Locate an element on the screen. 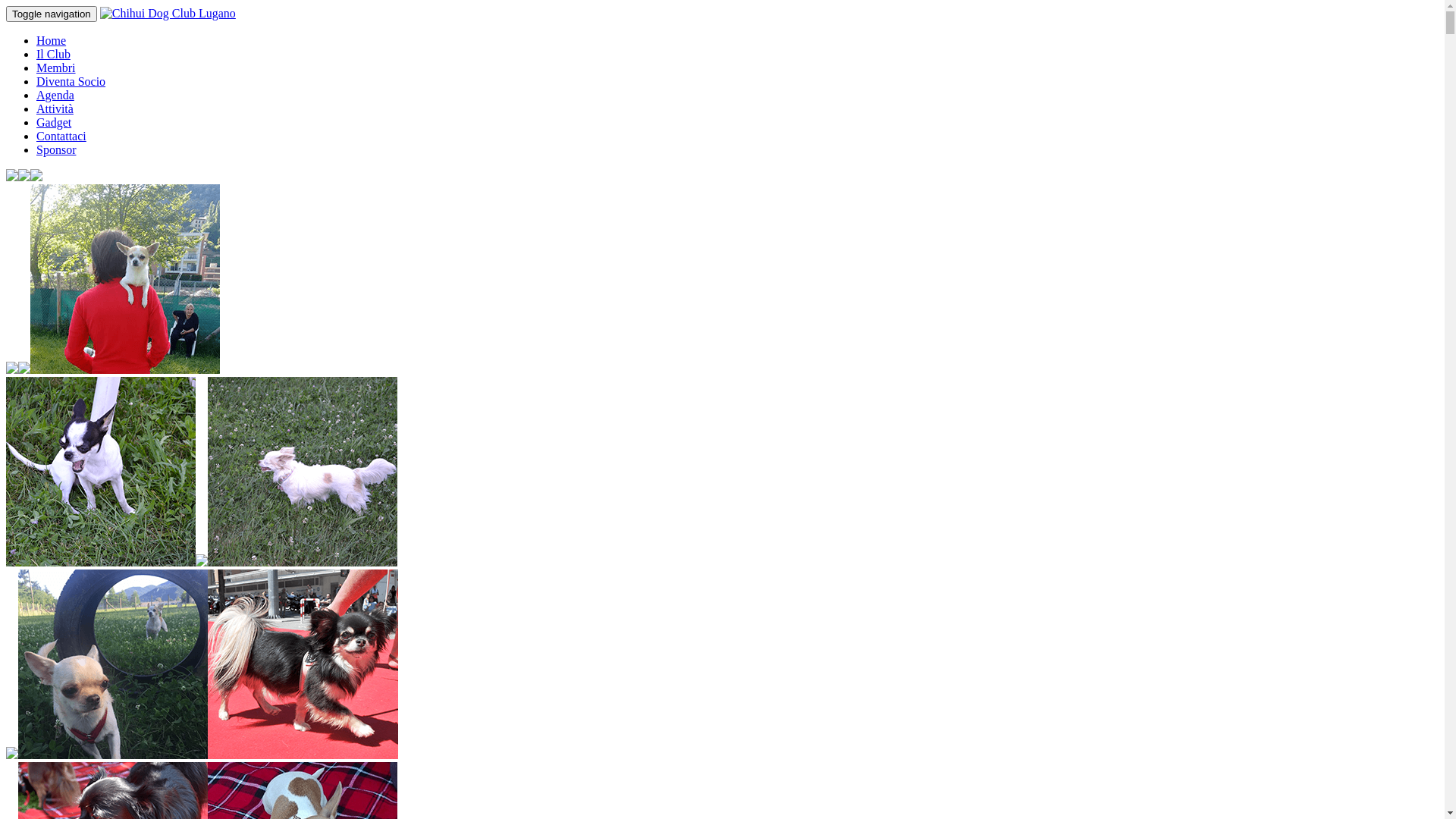 The height and width of the screenshot is (819, 1456). 'Agenda' is located at coordinates (36, 95).